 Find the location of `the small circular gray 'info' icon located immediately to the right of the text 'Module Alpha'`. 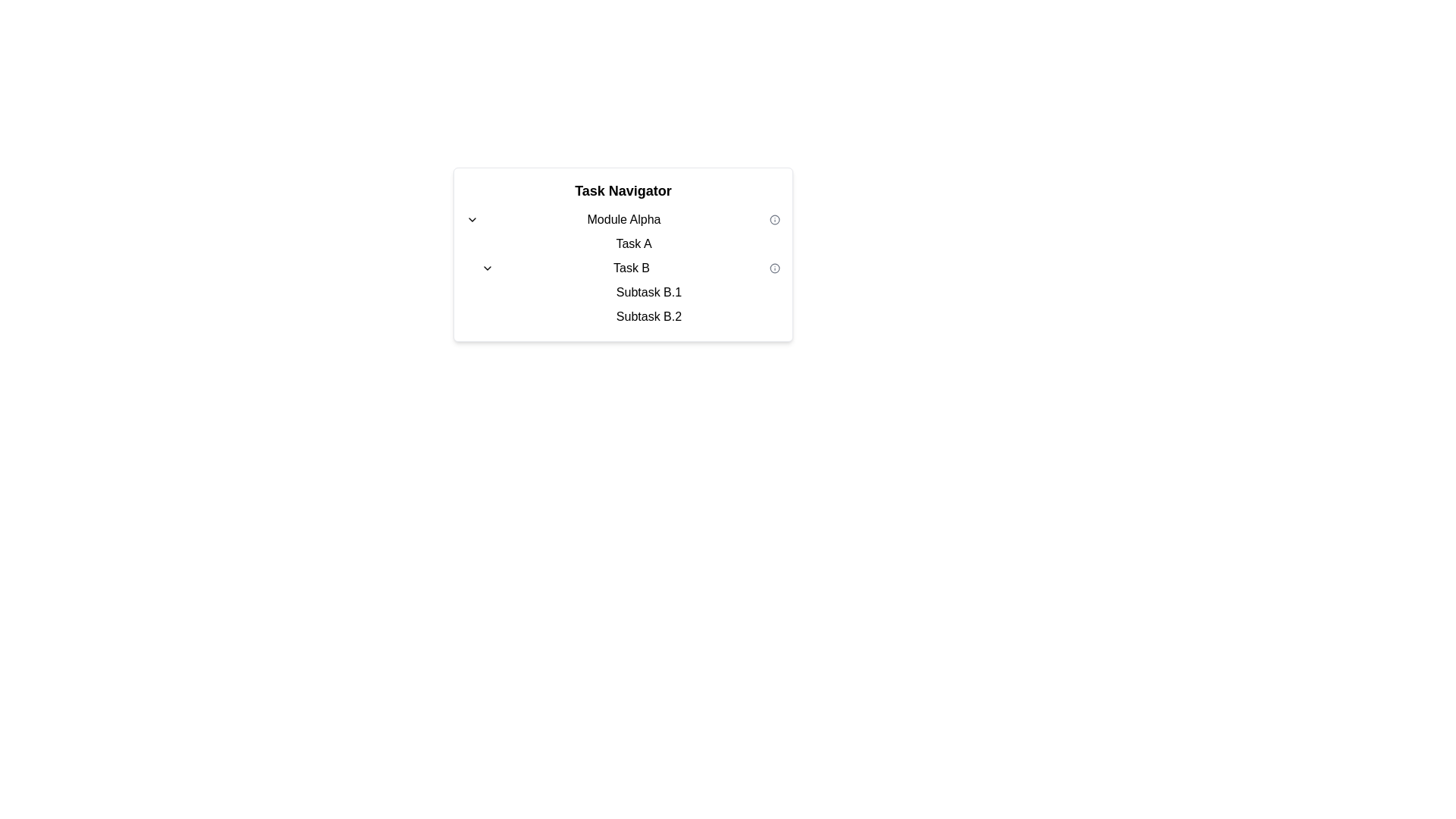

the small circular gray 'info' icon located immediately to the right of the text 'Module Alpha' is located at coordinates (775, 219).